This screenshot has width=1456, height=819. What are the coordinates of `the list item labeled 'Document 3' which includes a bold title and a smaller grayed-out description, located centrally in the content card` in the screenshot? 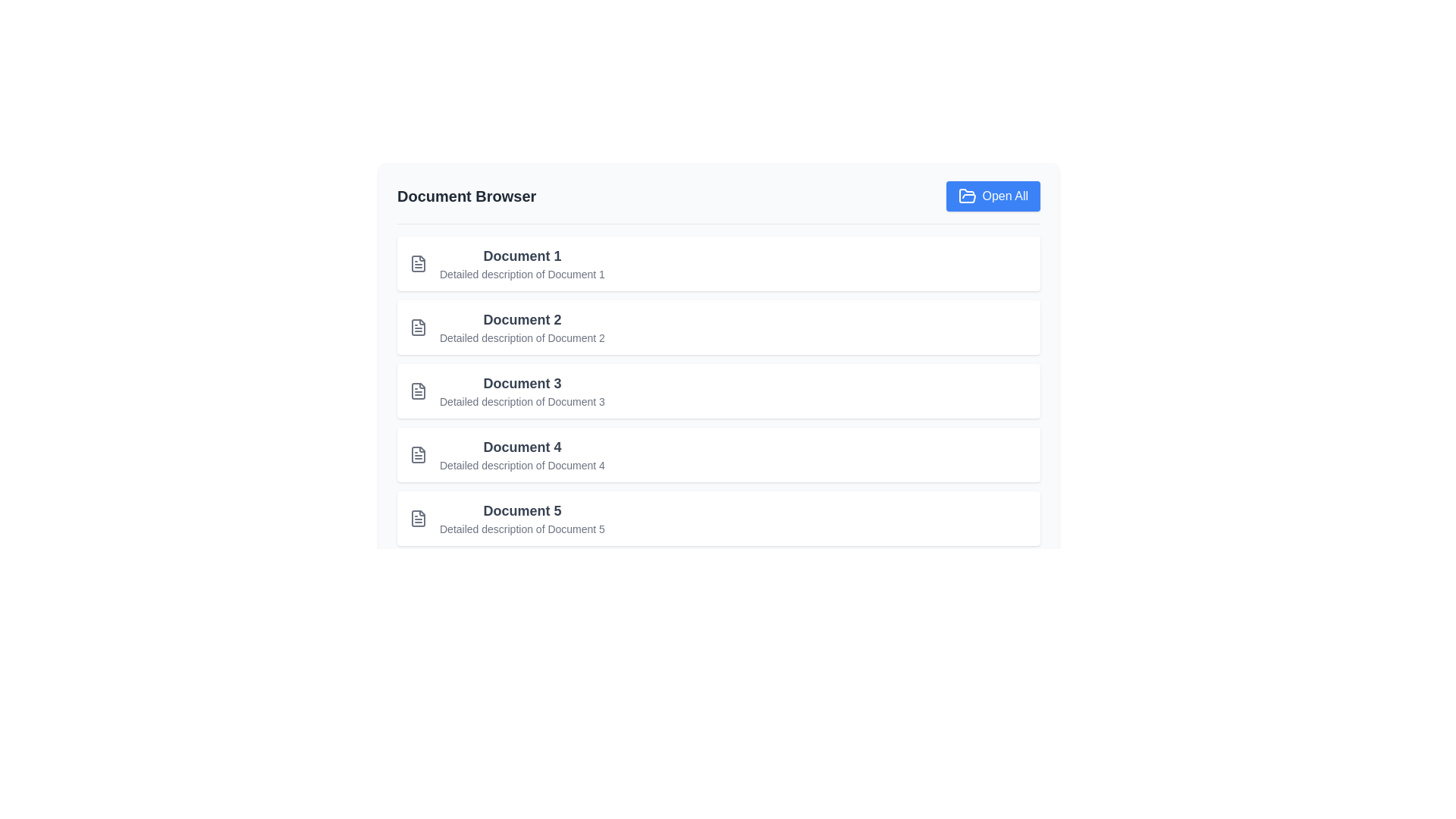 It's located at (718, 391).